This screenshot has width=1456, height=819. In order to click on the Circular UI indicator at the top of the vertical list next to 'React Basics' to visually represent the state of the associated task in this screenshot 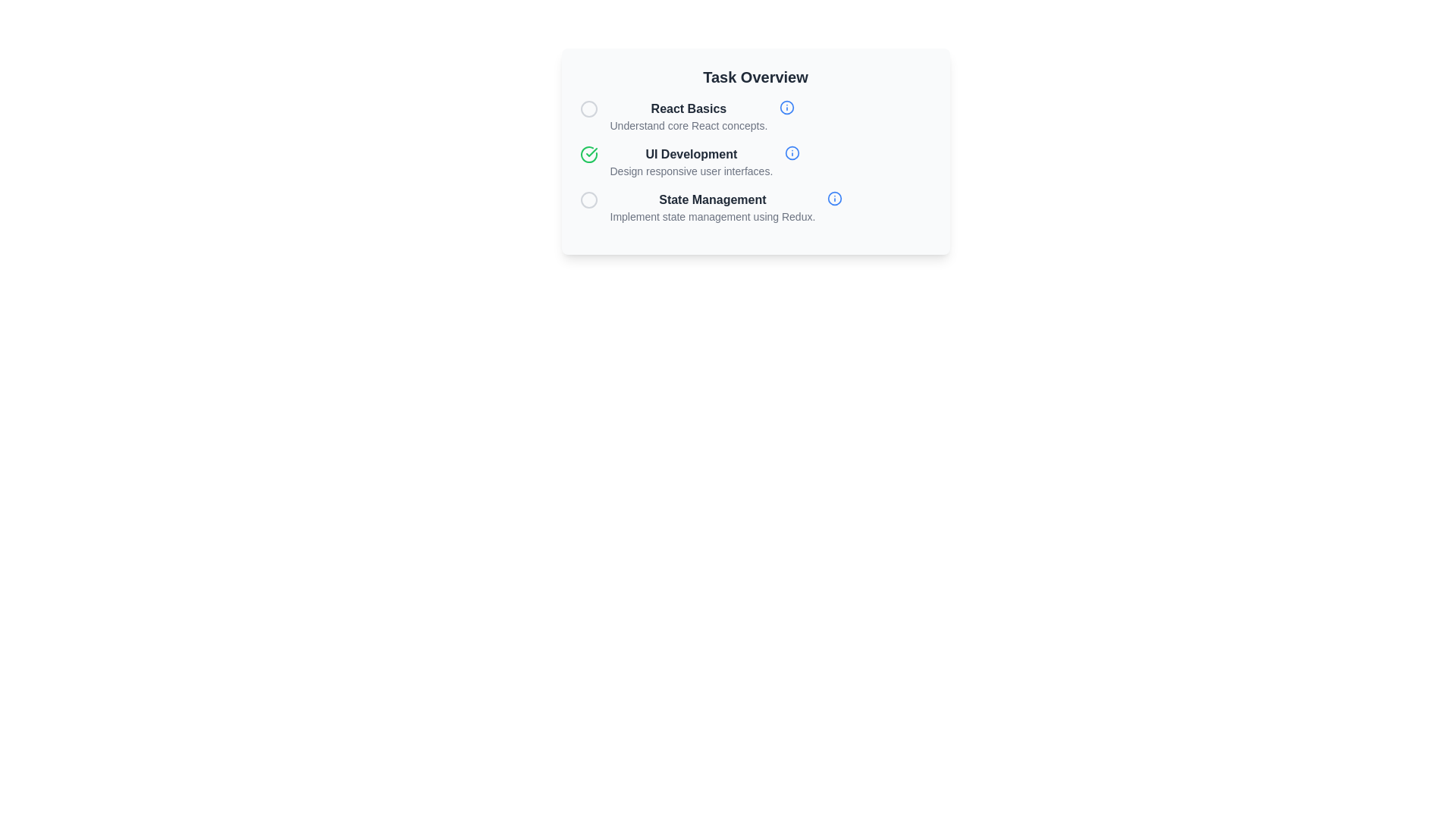, I will do `click(588, 108)`.